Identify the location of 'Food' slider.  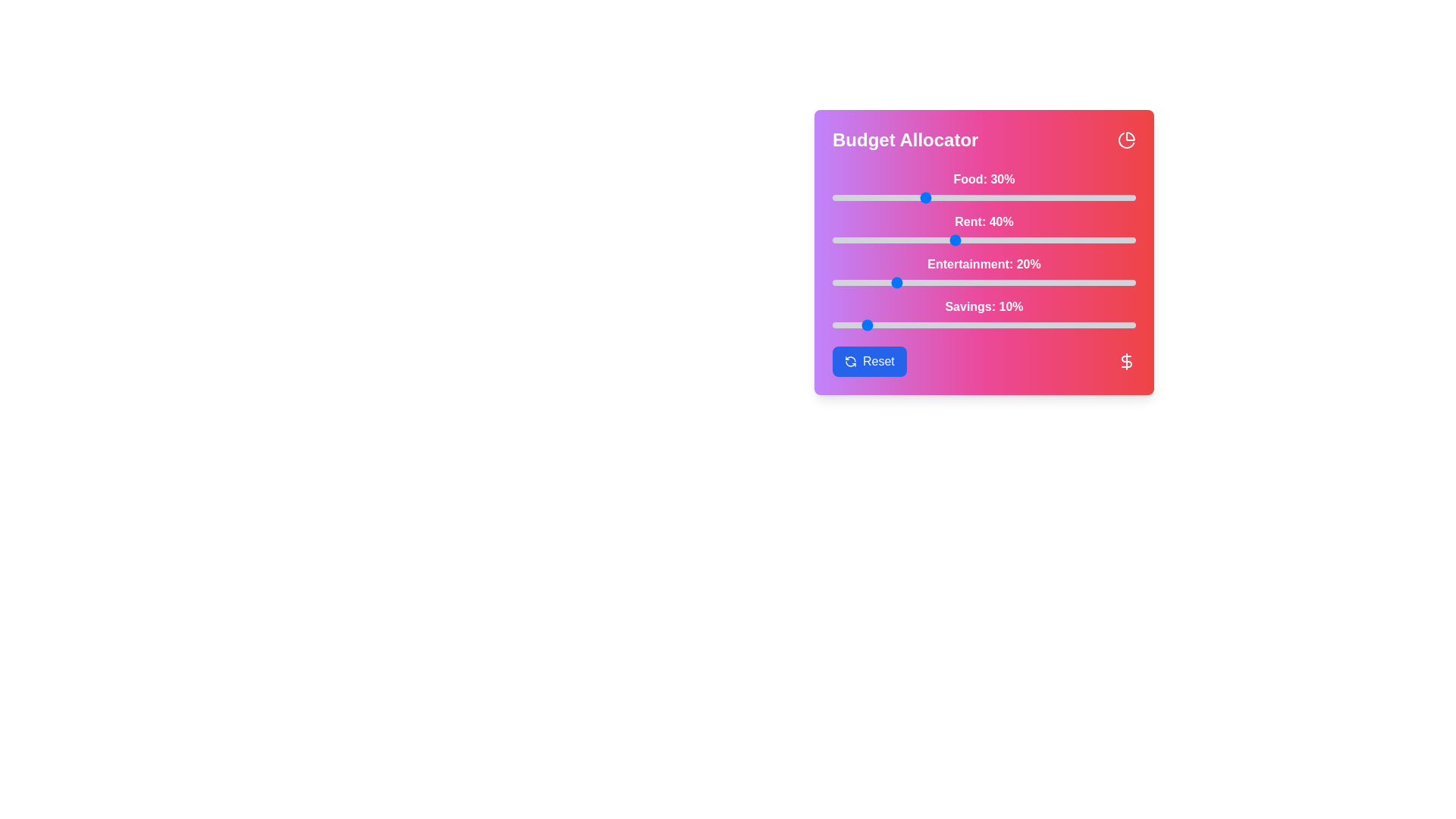
(1121, 197).